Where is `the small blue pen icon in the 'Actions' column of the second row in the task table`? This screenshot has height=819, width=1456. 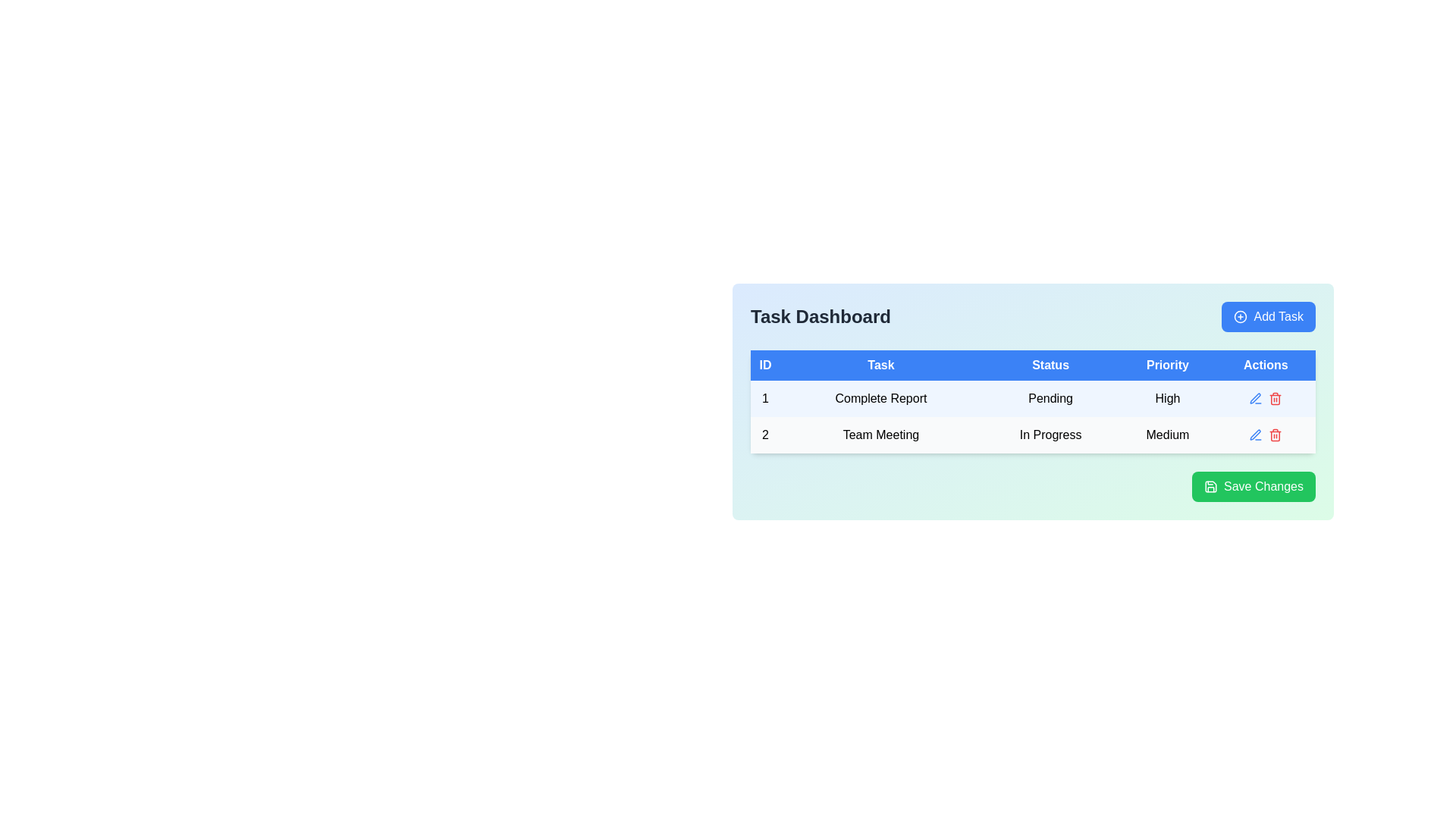 the small blue pen icon in the 'Actions' column of the second row in the task table is located at coordinates (1256, 435).